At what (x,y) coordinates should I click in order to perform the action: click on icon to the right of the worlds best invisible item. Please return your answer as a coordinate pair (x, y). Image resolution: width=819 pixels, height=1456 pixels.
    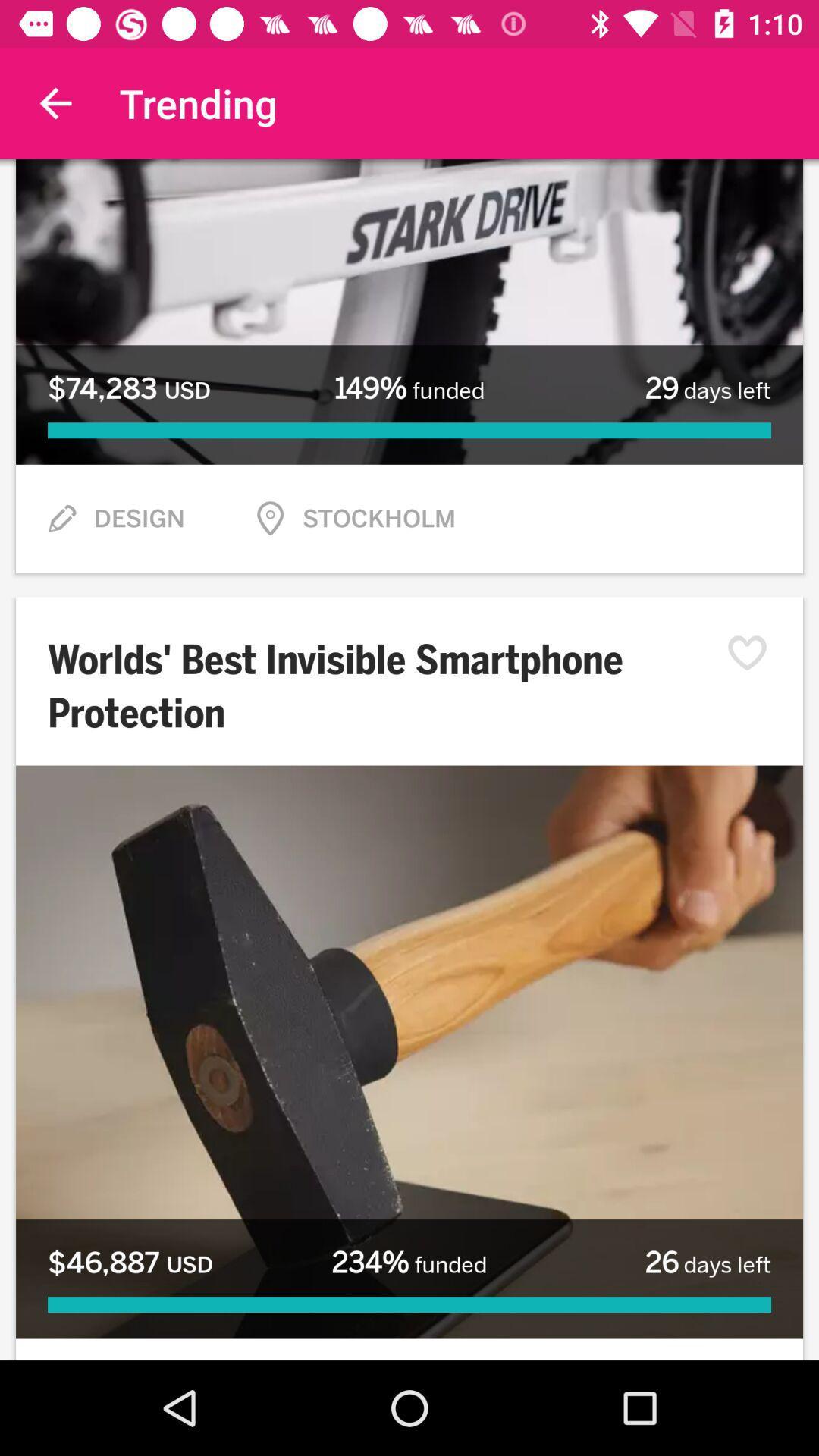
    Looking at the image, I should click on (755, 653).